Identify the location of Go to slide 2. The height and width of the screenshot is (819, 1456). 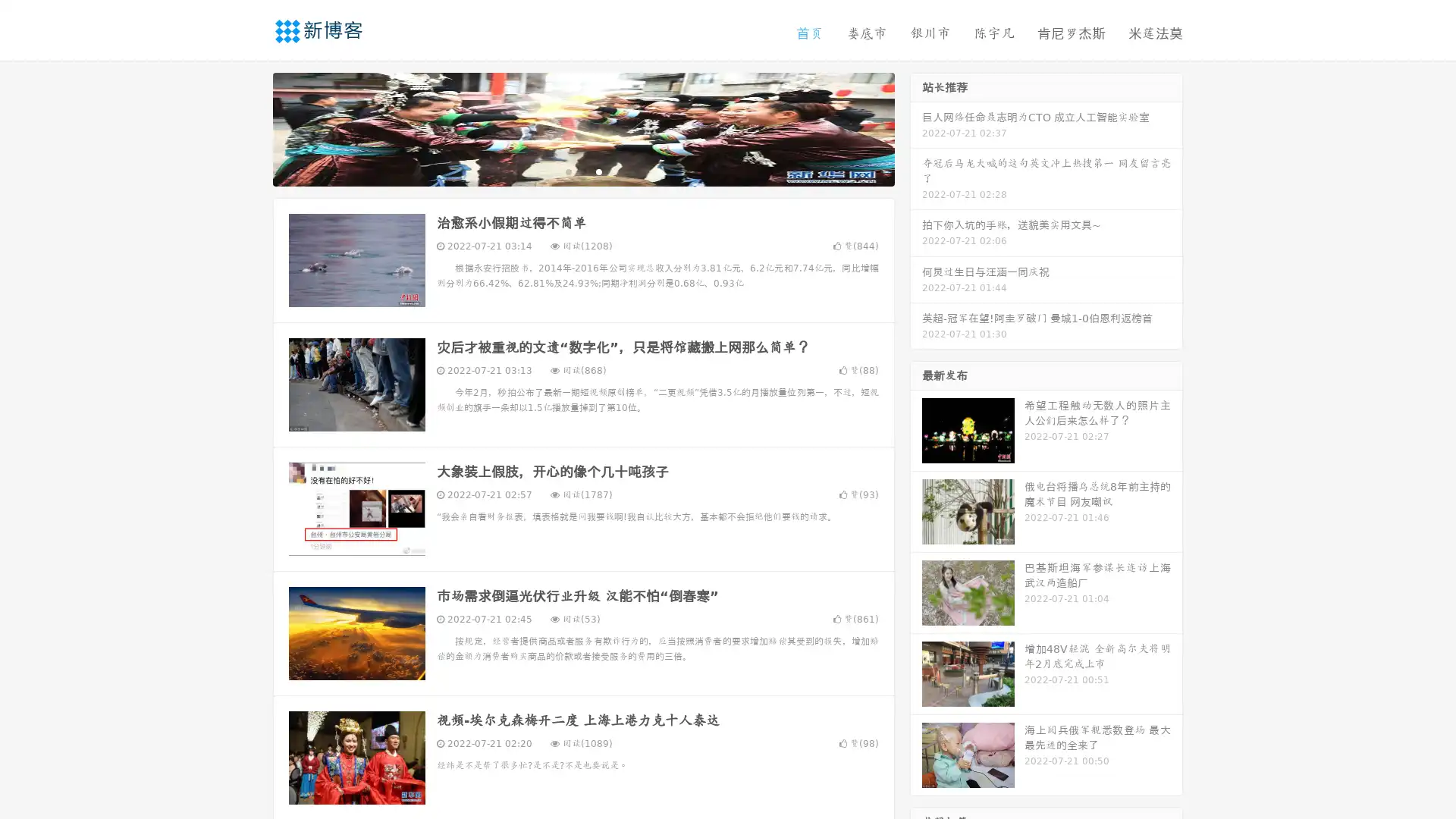
(582, 171).